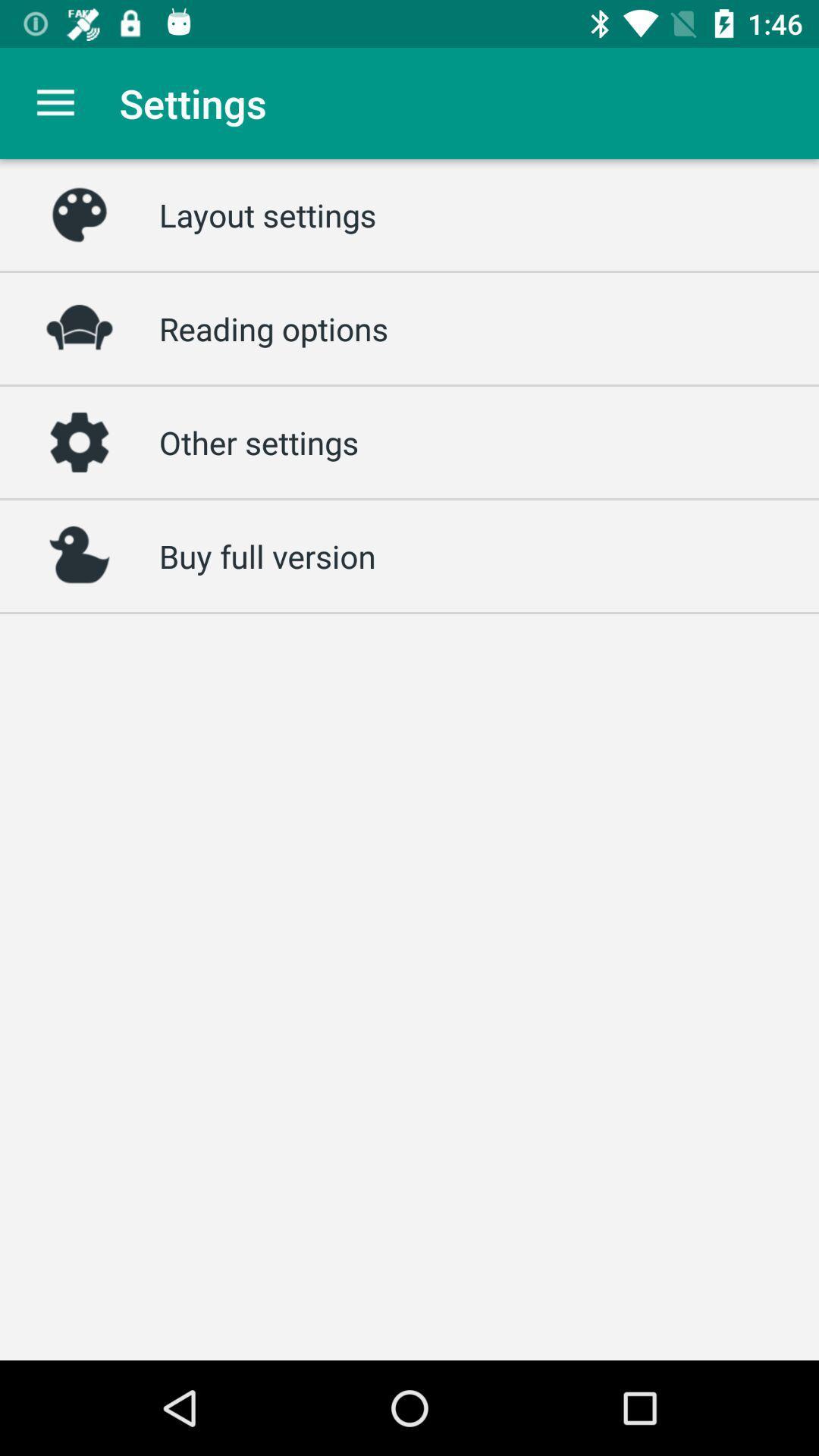 Image resolution: width=819 pixels, height=1456 pixels. What do you see at coordinates (258, 441) in the screenshot?
I see `the item above buy full version` at bounding box center [258, 441].